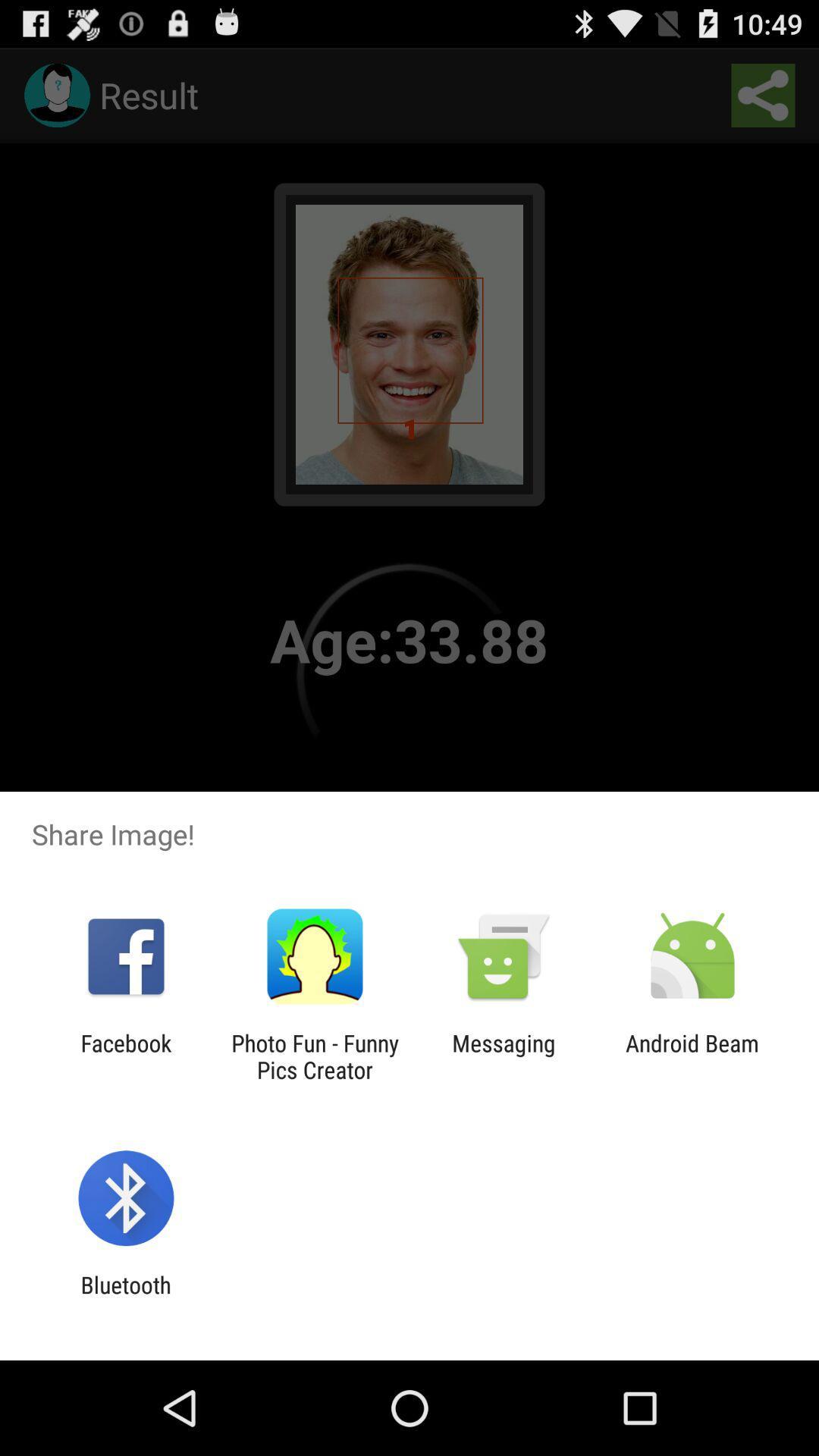  Describe the element at coordinates (314, 1056) in the screenshot. I see `photo fun funny` at that location.